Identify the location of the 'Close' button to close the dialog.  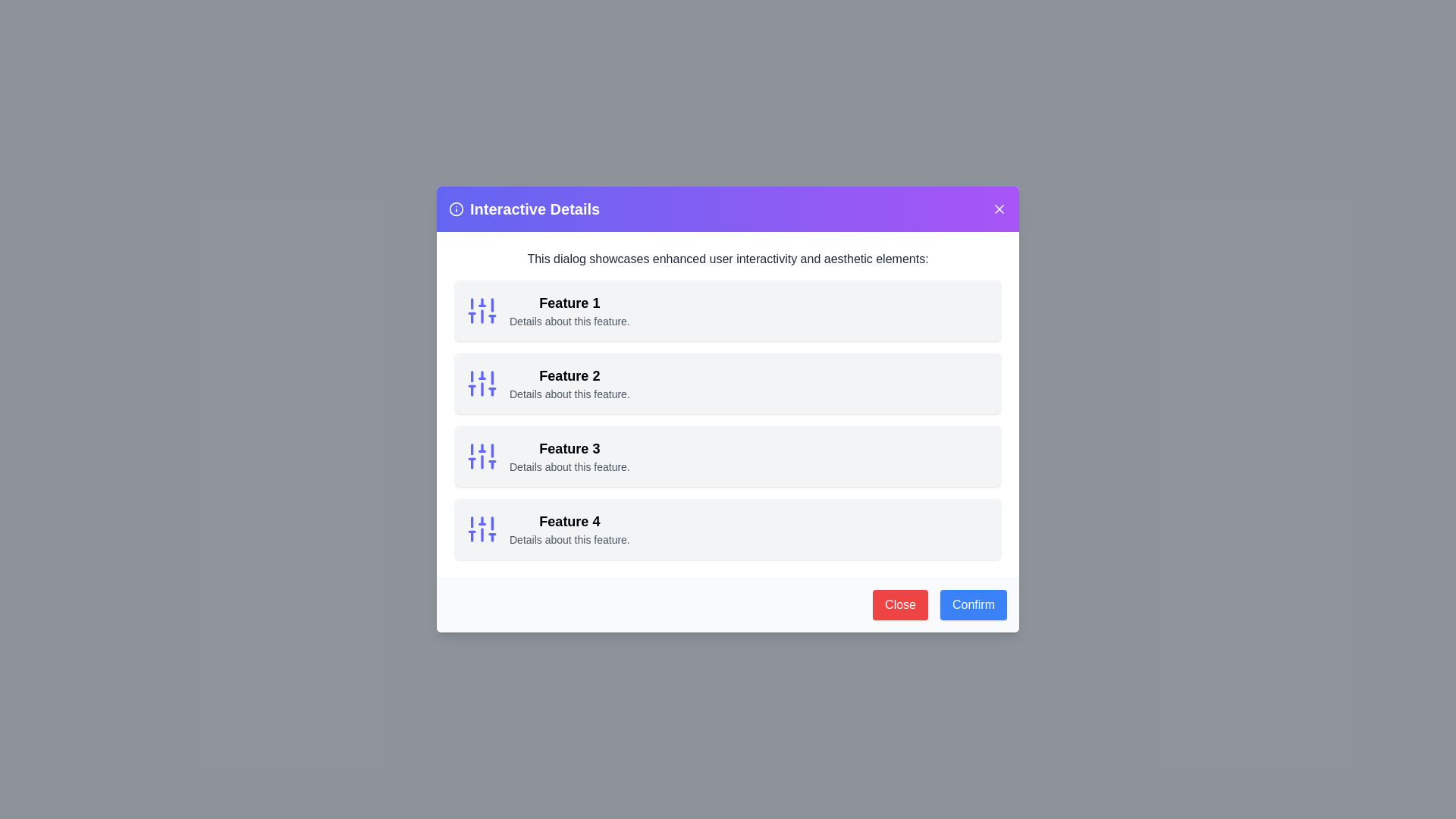
(900, 604).